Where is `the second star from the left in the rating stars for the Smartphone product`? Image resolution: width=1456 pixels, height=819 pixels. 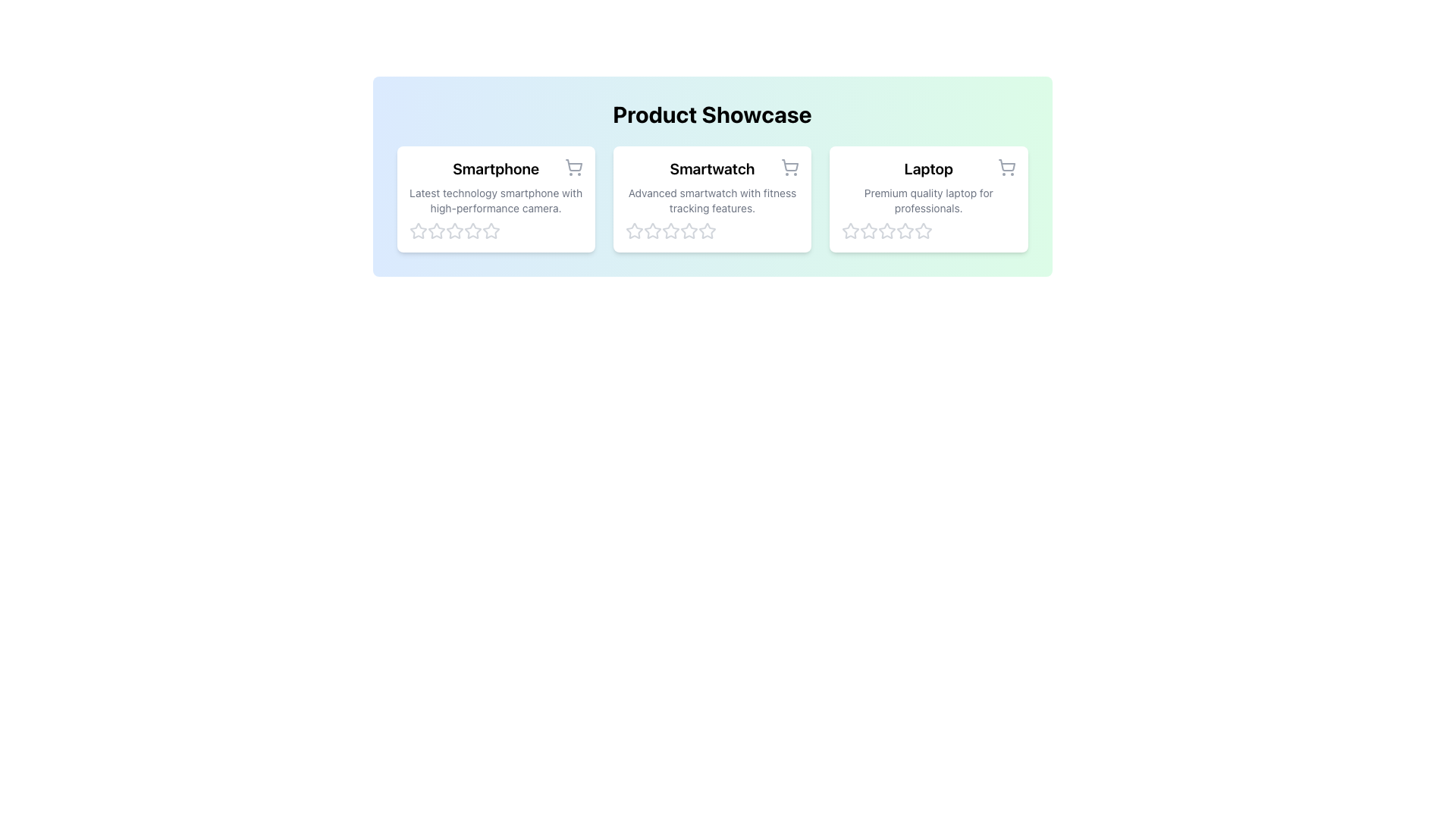
the second star from the left in the rating stars for the Smartphone product is located at coordinates (435, 231).